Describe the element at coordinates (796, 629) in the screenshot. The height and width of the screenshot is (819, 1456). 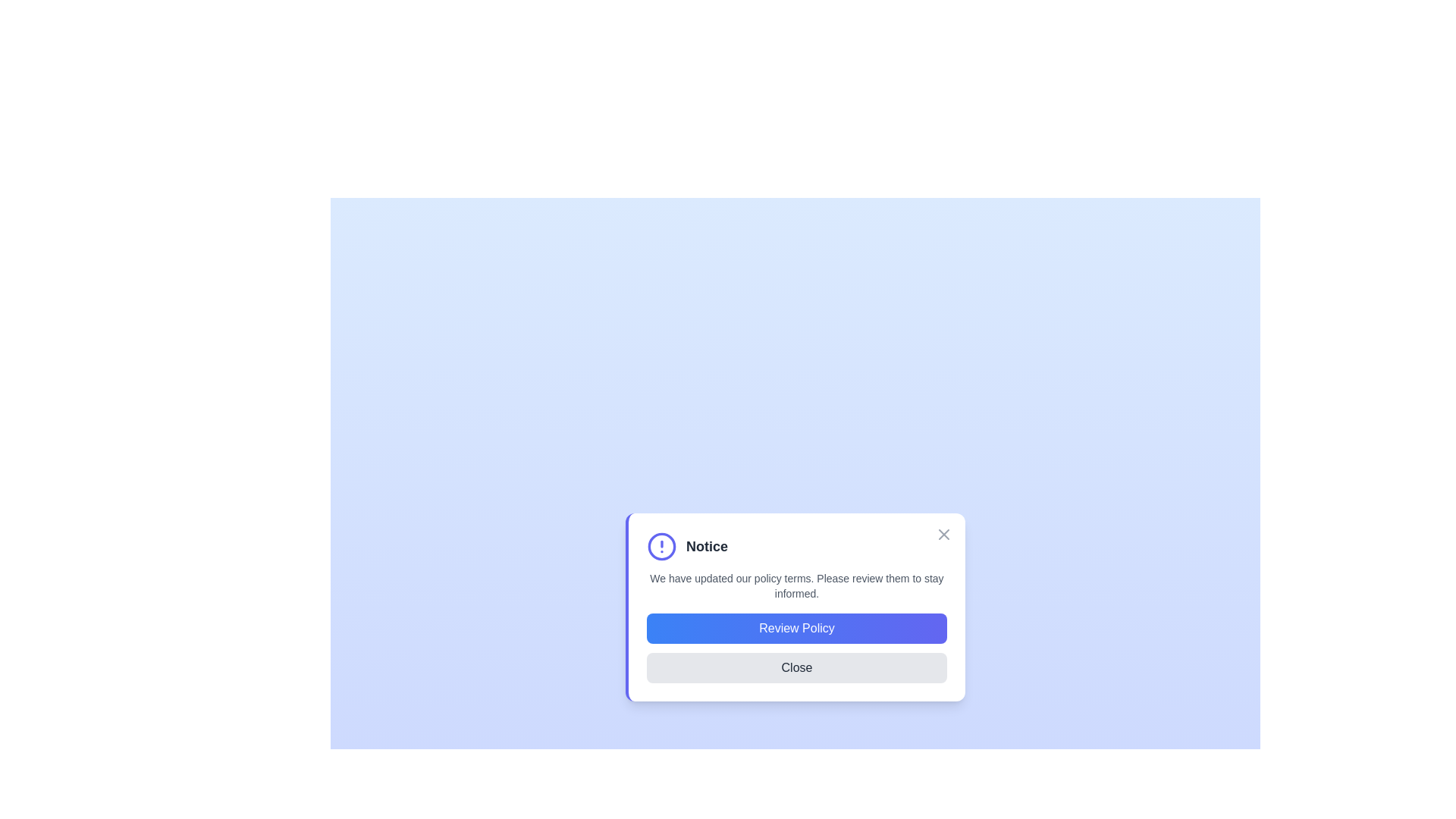
I see `the 'Review Policy' button` at that location.